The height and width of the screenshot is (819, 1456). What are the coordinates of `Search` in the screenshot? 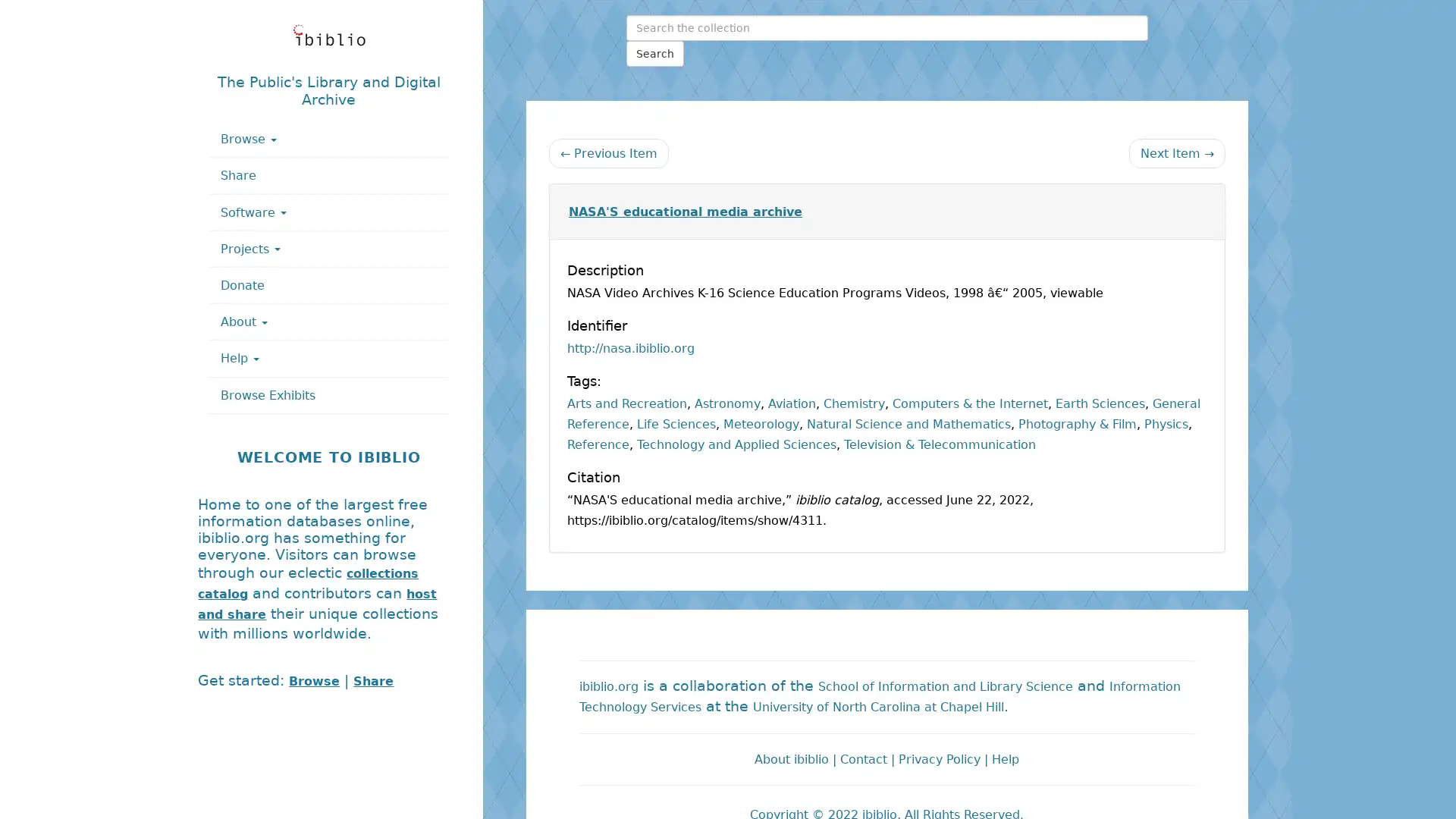 It's located at (654, 52).